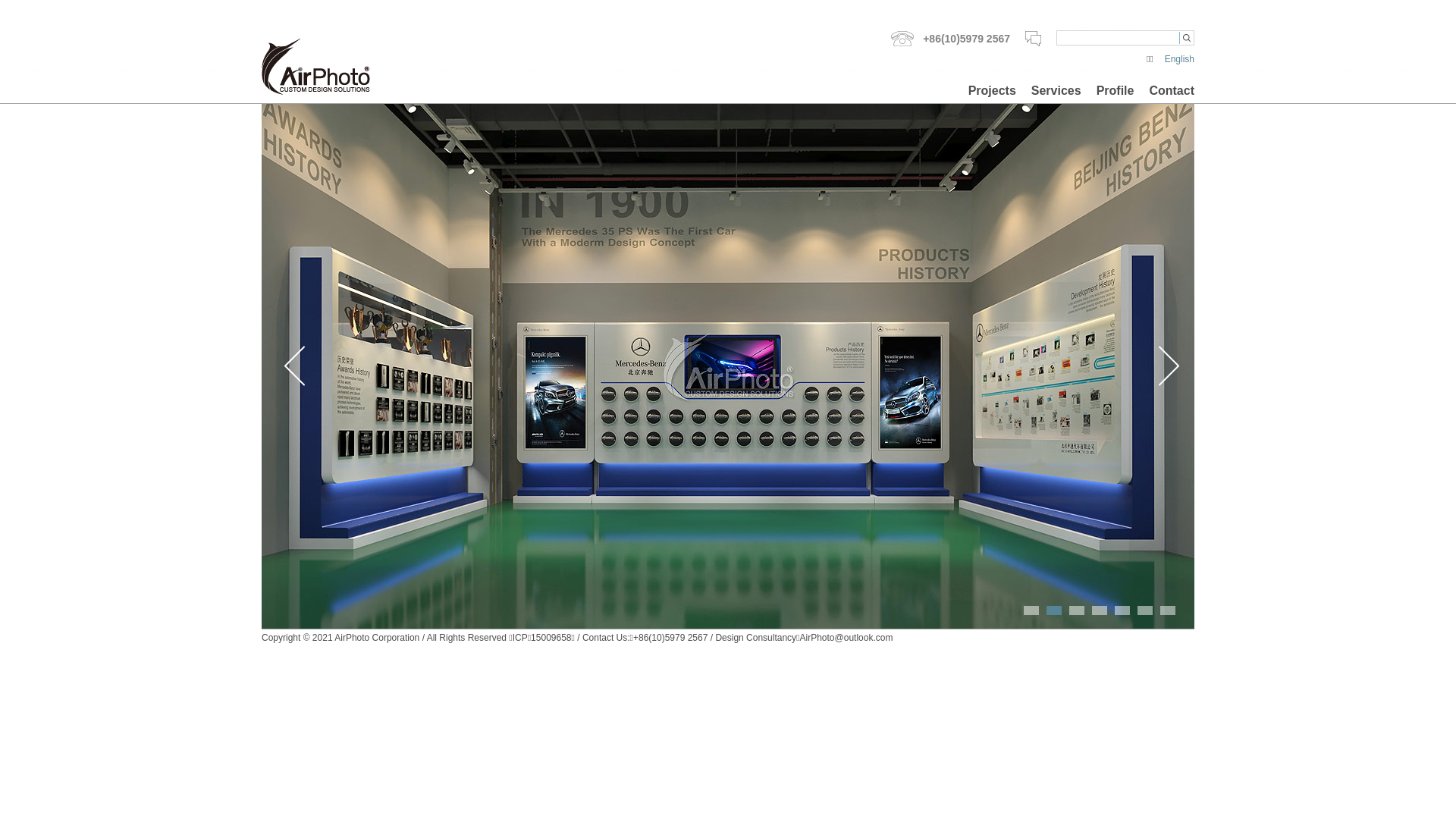 The width and height of the screenshot is (1456, 819). I want to click on '+86(10)5979 2567', so click(949, 37).